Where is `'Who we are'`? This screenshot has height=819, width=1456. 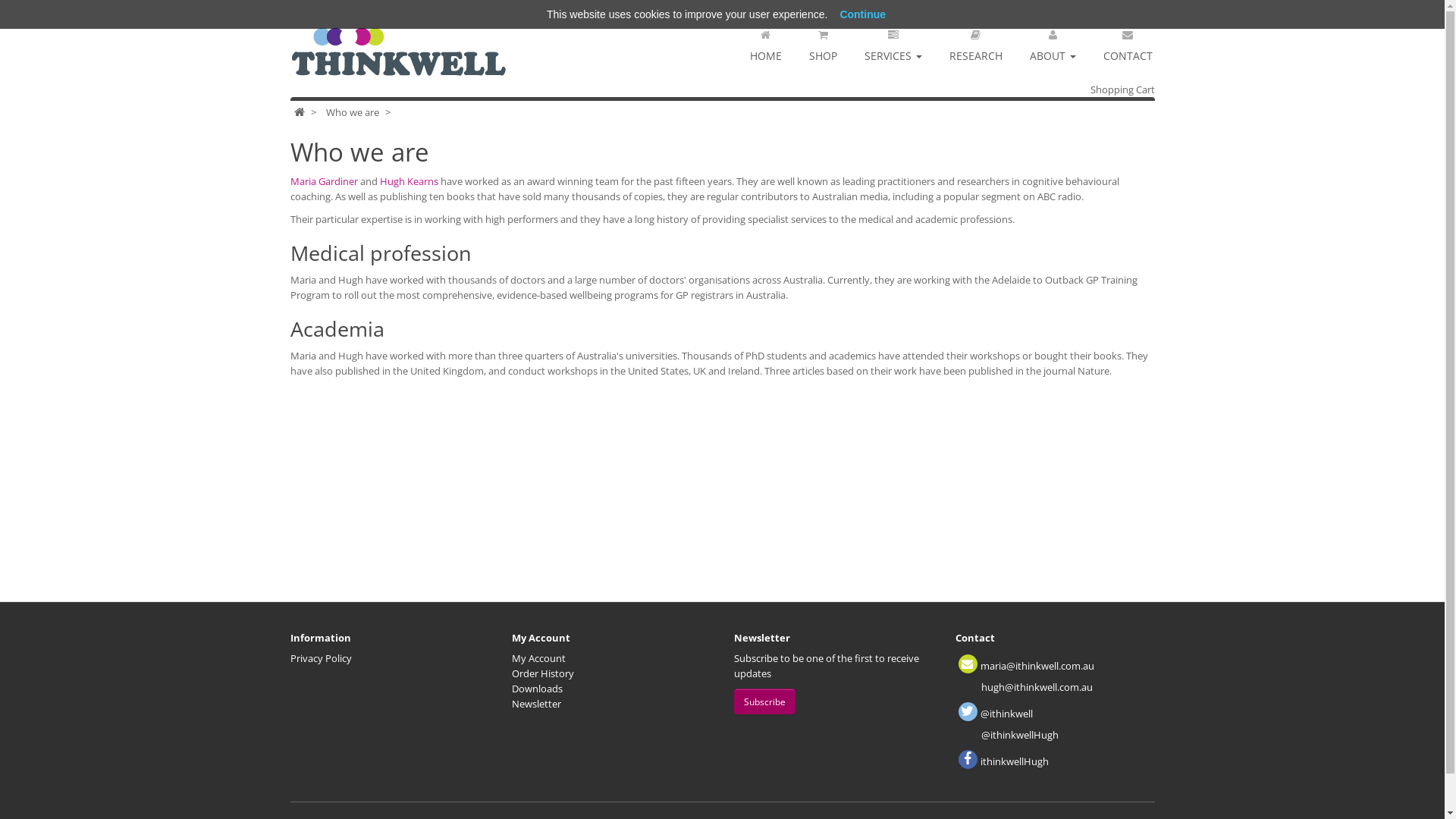 'Who we are' is located at coordinates (352, 111).